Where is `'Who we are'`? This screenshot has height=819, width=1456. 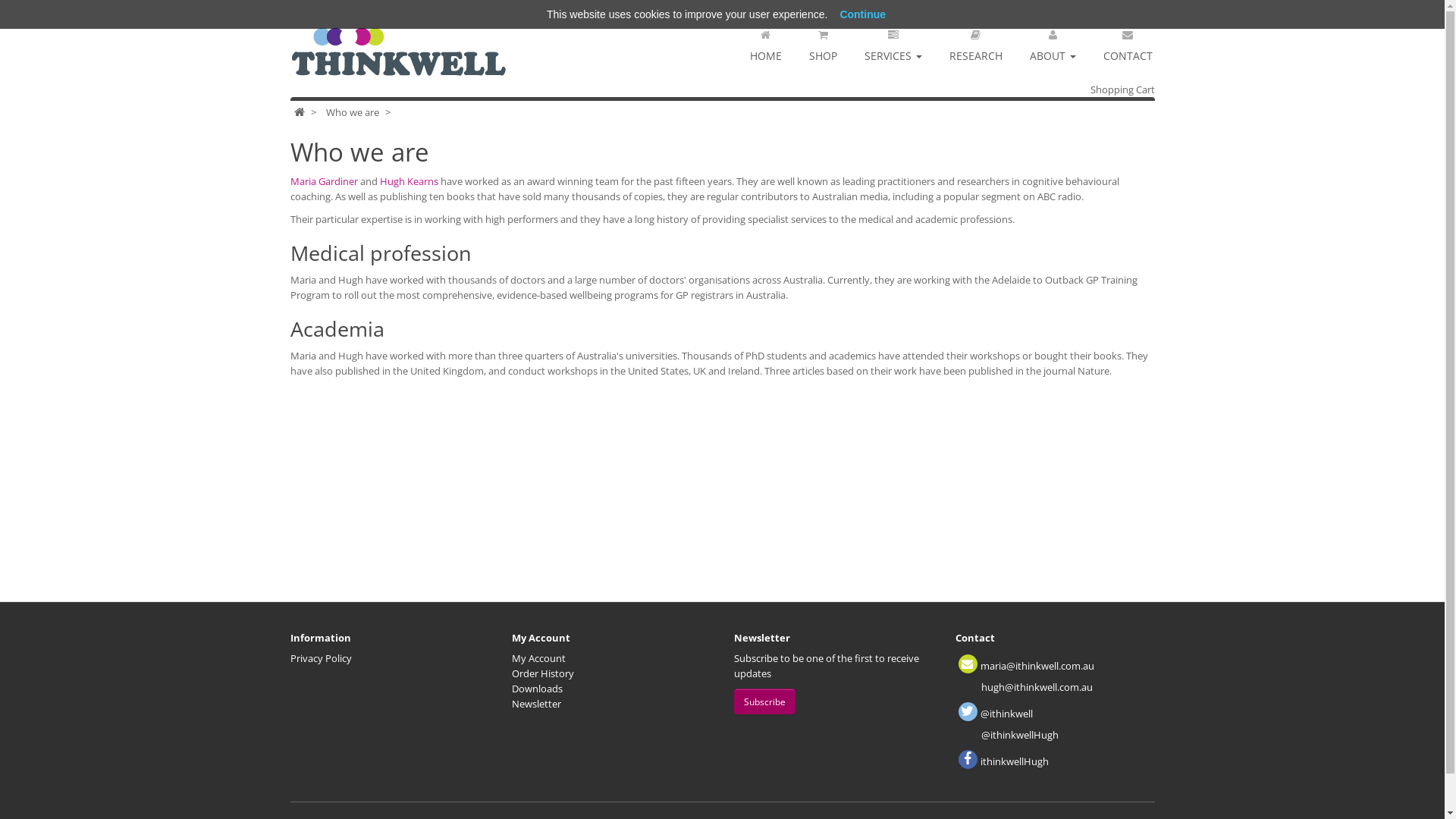 'Who we are' is located at coordinates (352, 111).